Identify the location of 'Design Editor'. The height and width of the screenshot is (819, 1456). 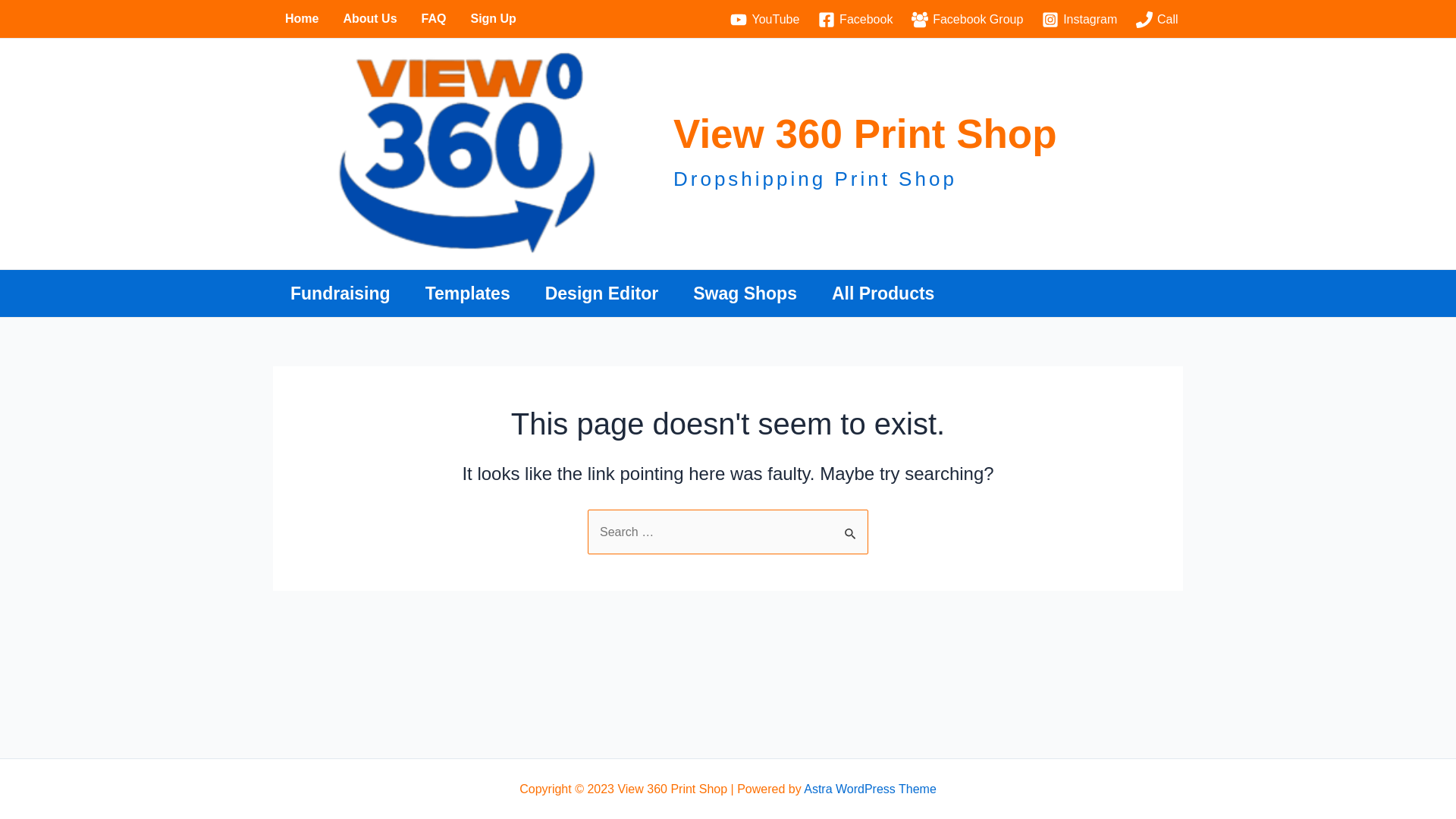
(528, 293).